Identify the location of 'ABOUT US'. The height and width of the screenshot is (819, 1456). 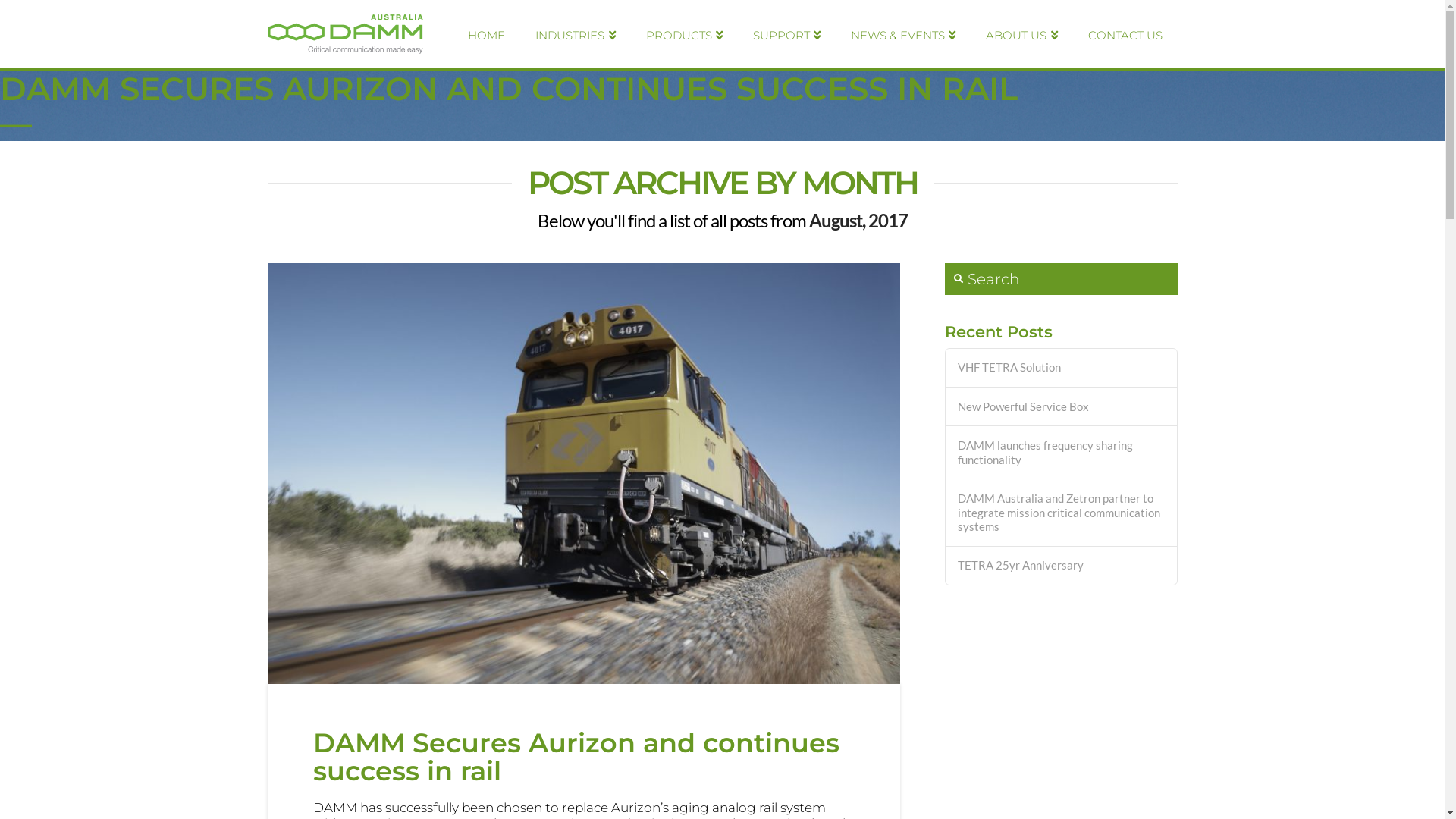
(1021, 34).